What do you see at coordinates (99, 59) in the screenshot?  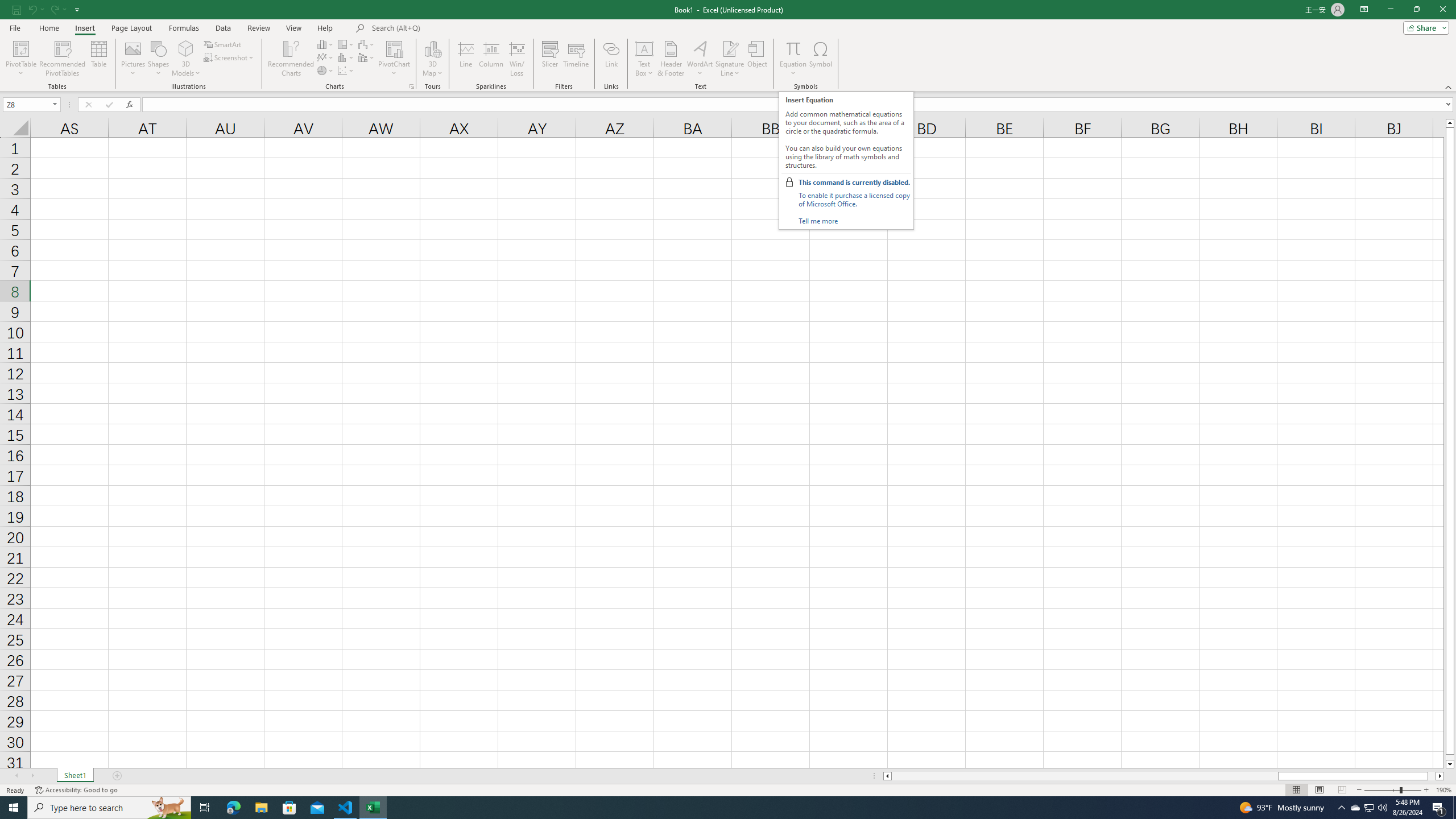 I see `'Table'` at bounding box center [99, 59].